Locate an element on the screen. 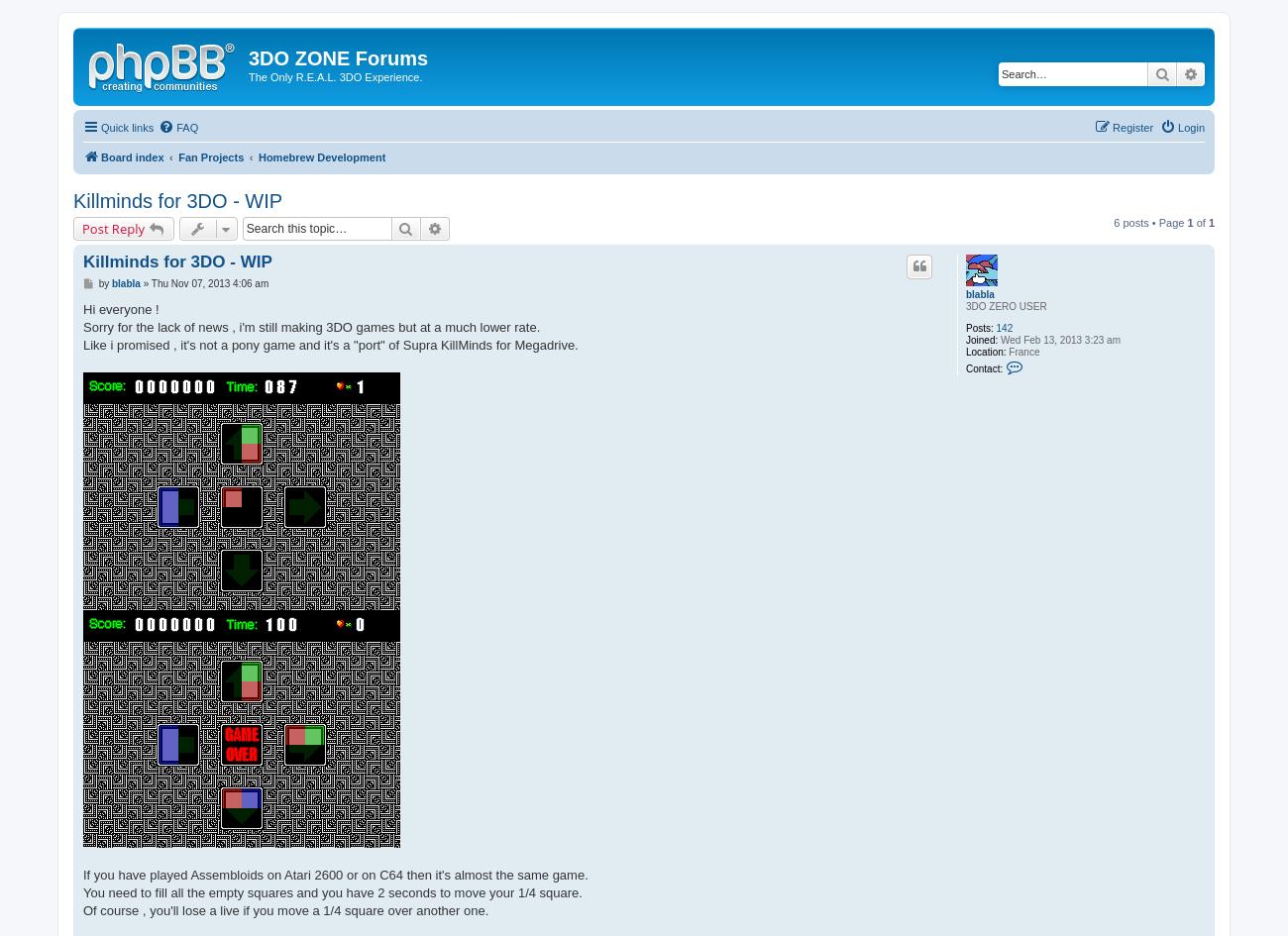  'Contact:' is located at coordinates (964, 367).